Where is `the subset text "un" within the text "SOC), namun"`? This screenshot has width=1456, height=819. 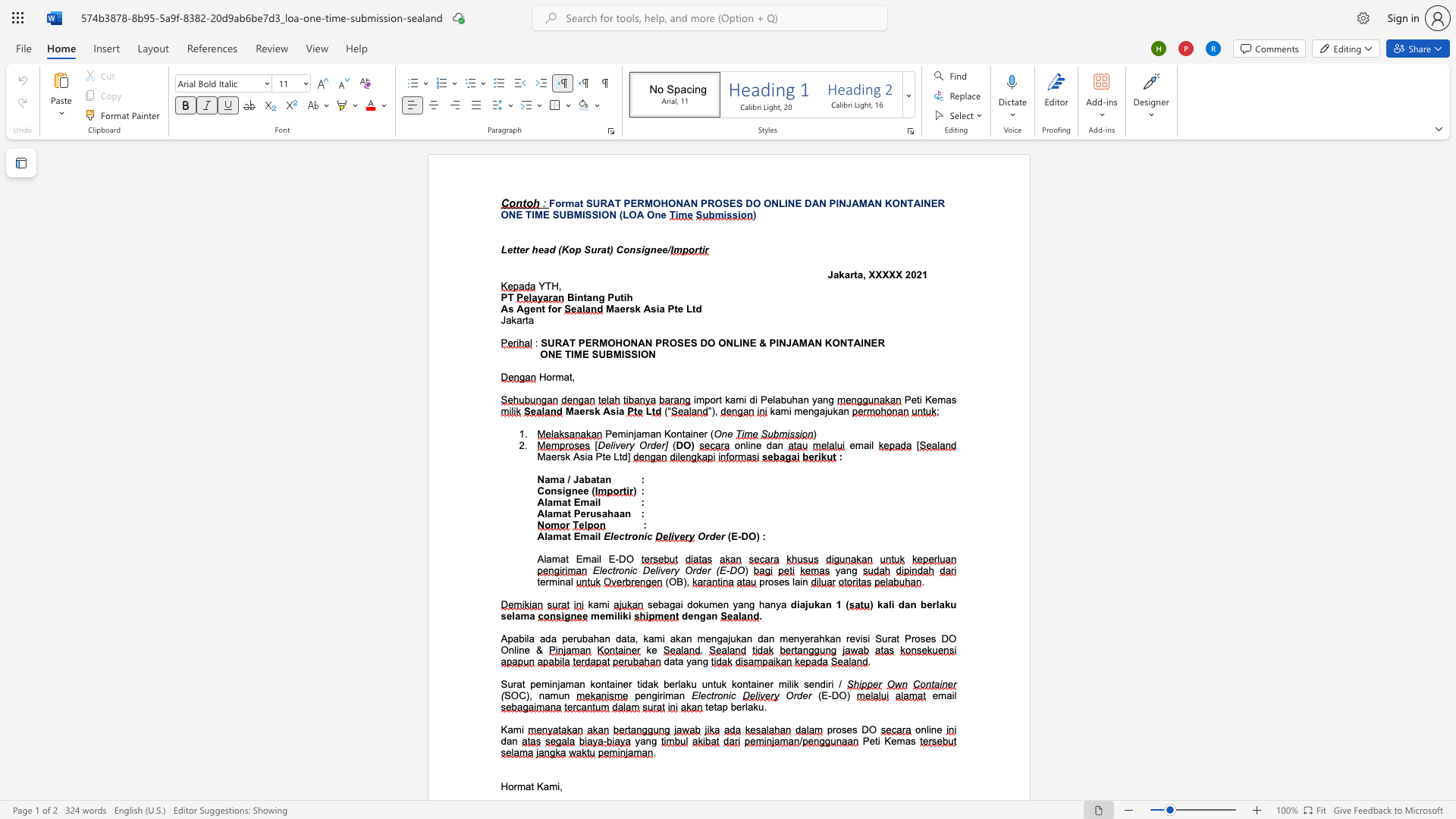
the subset text "un" within the text "SOC), namun" is located at coordinates (557, 695).